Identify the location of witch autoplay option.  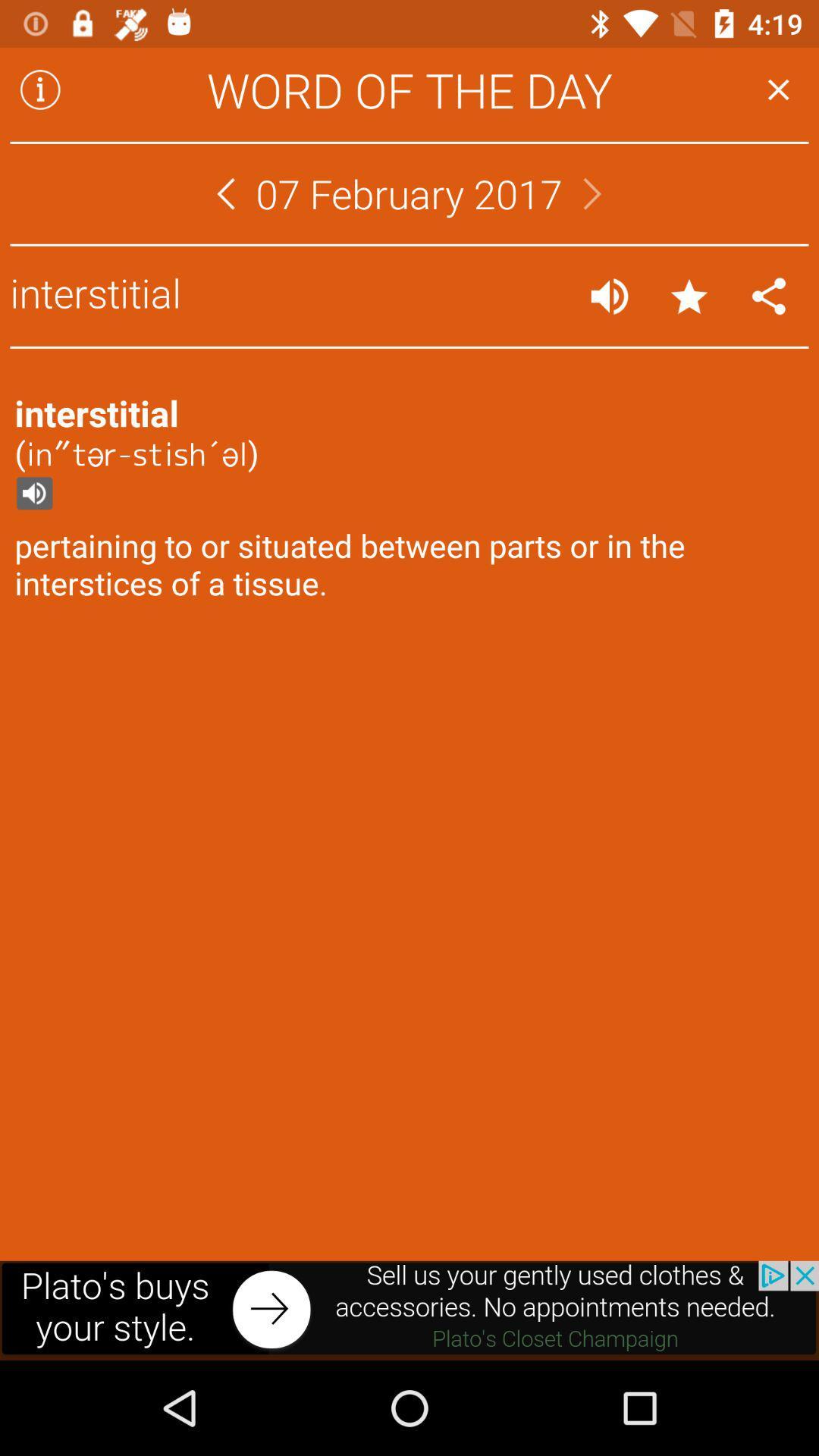
(608, 296).